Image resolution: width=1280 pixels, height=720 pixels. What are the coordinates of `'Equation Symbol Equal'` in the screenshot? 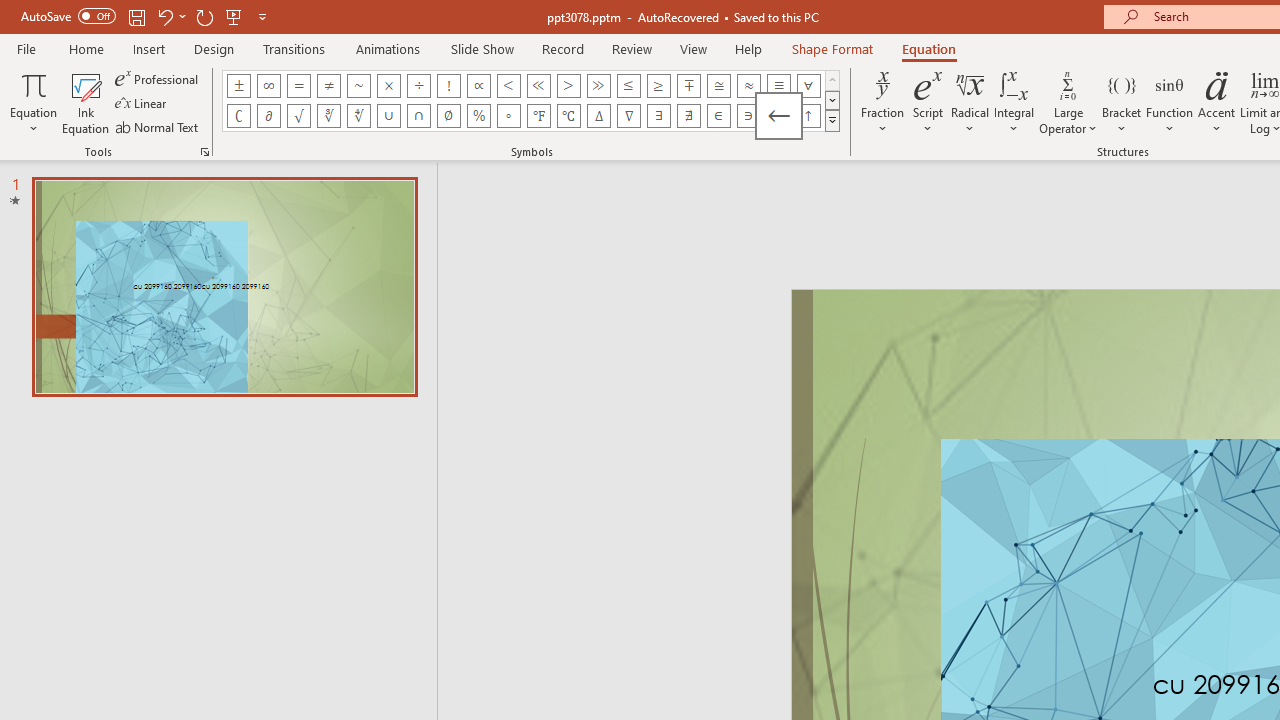 It's located at (297, 85).